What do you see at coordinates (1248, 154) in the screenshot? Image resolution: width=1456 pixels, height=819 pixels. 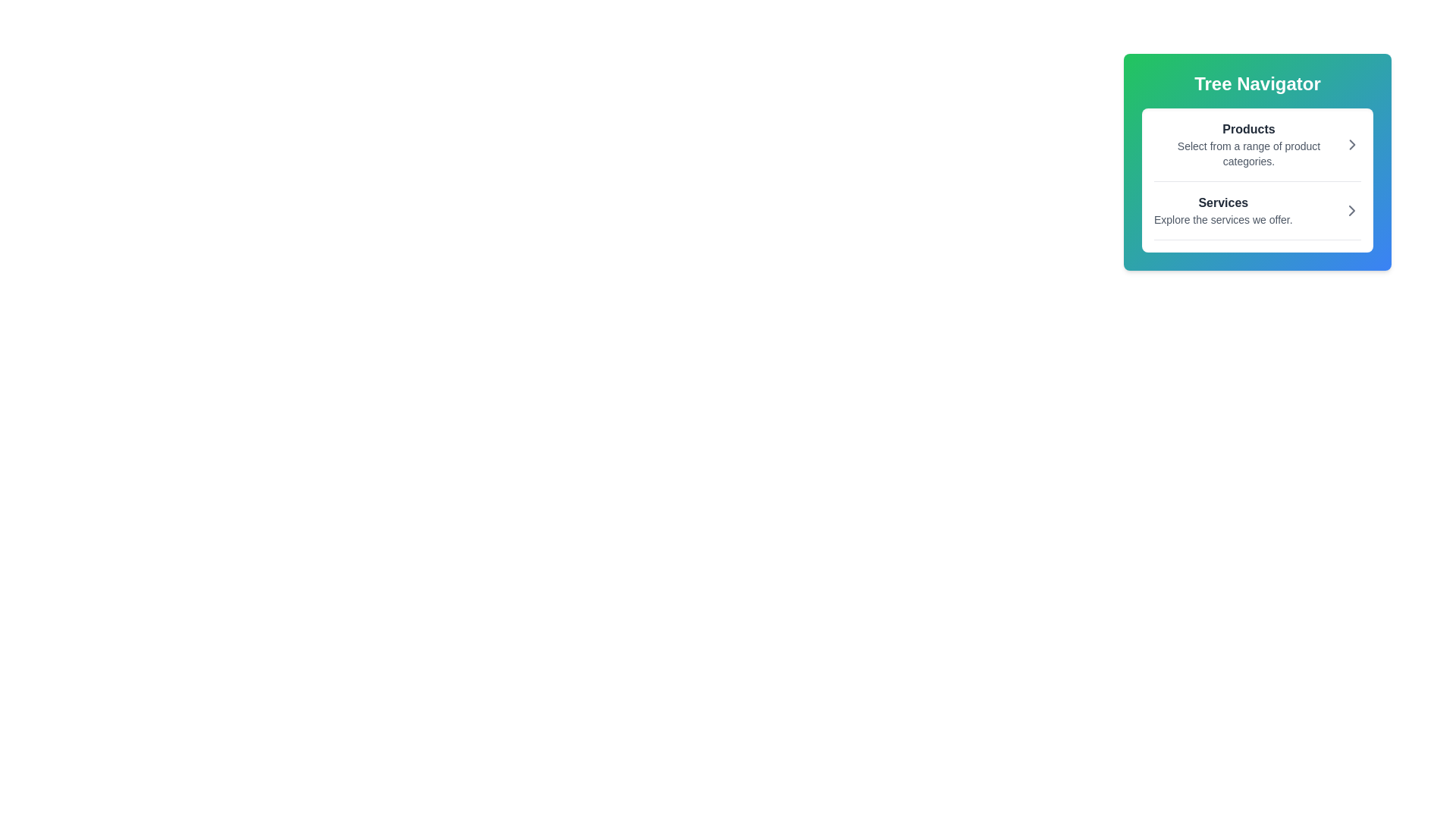 I see `the text description stating 'Select from a range of product categories.' located beneath the heading 'Products' within the 'Tree Navigator' panel` at bounding box center [1248, 154].